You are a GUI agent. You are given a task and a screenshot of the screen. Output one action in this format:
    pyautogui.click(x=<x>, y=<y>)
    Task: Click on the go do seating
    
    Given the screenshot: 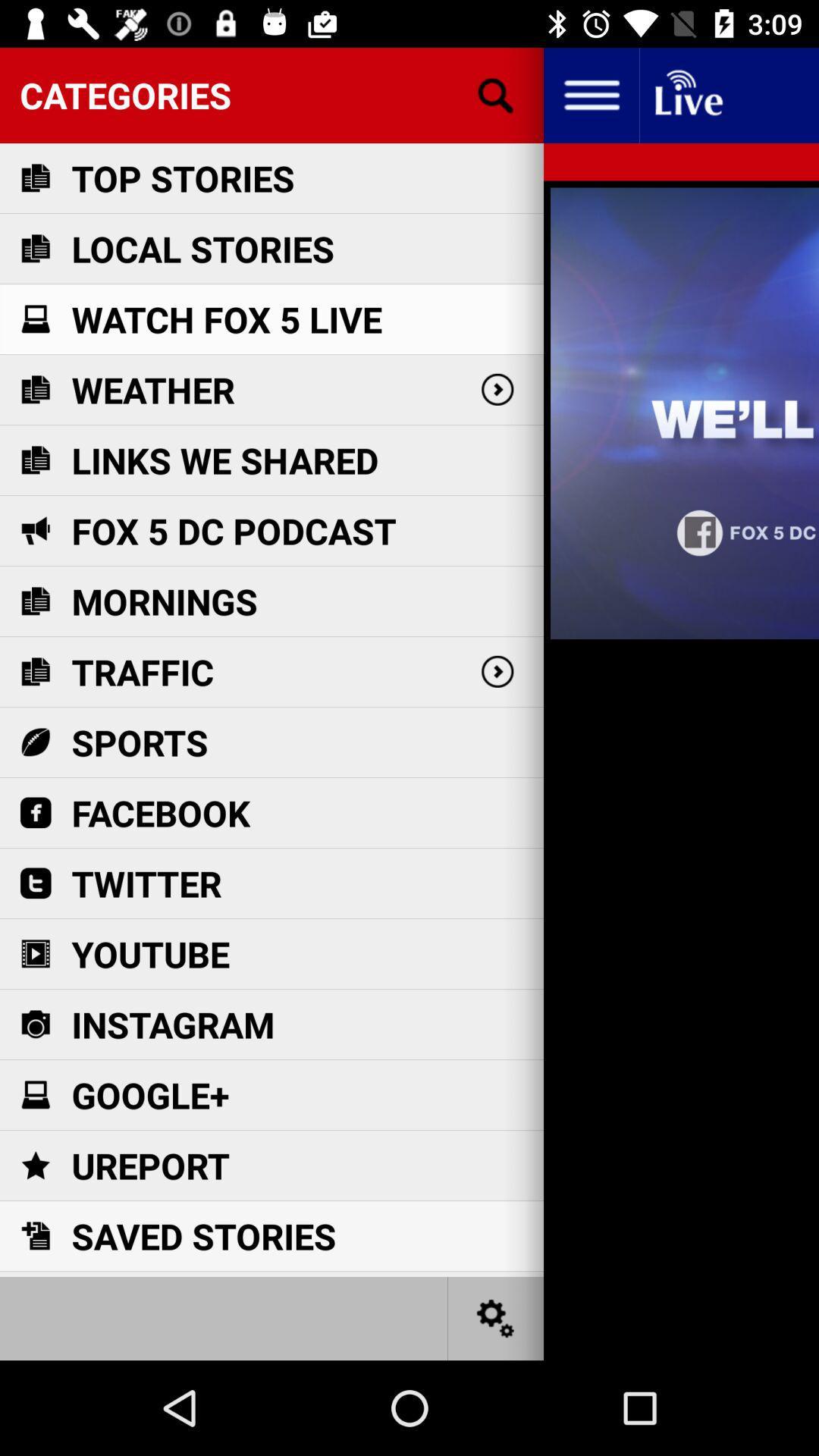 What is the action you would take?
    pyautogui.click(x=496, y=1317)
    